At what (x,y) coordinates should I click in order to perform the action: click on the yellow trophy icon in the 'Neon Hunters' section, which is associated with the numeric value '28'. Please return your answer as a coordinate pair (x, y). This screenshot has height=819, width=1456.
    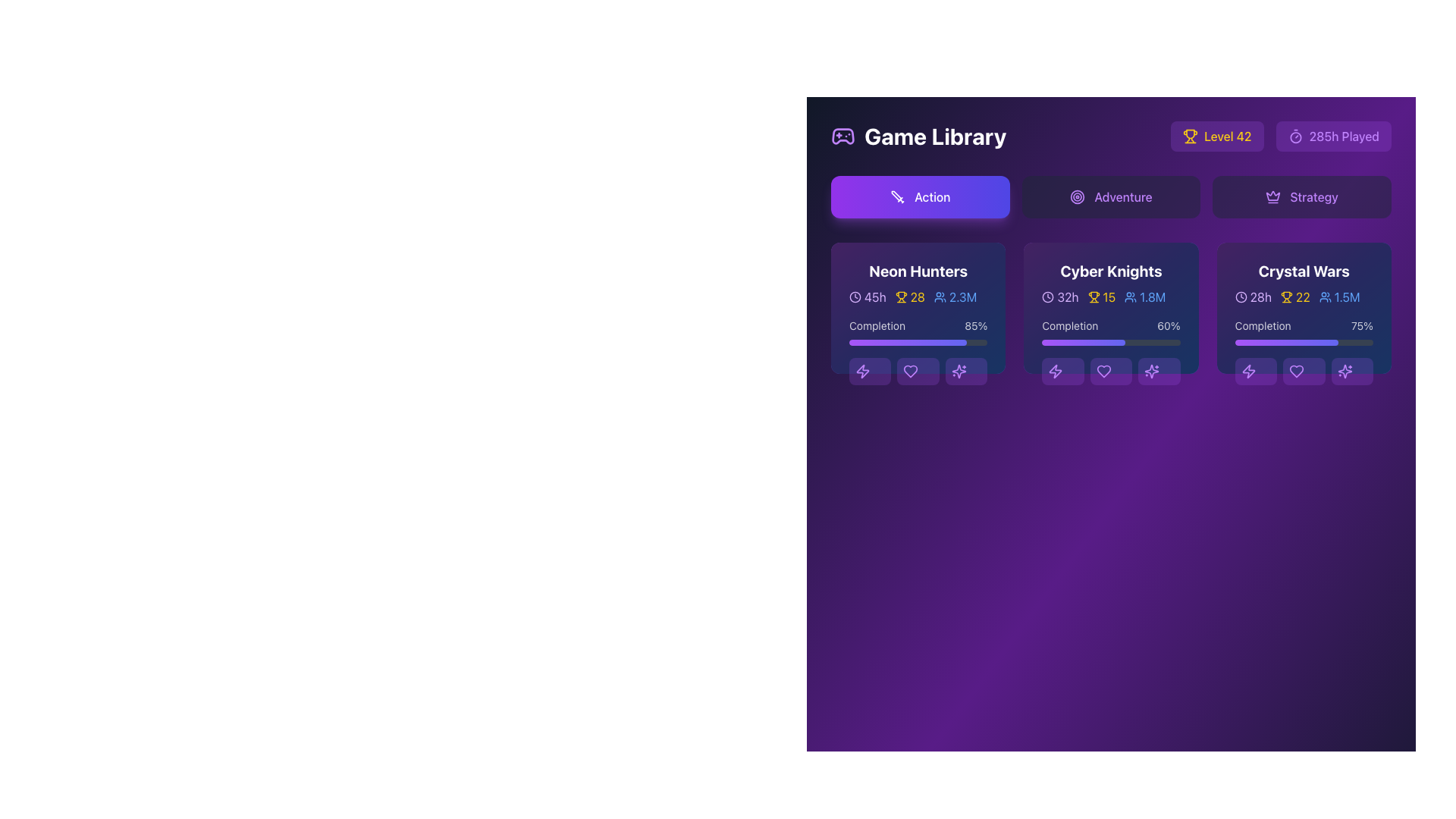
    Looking at the image, I should click on (901, 297).